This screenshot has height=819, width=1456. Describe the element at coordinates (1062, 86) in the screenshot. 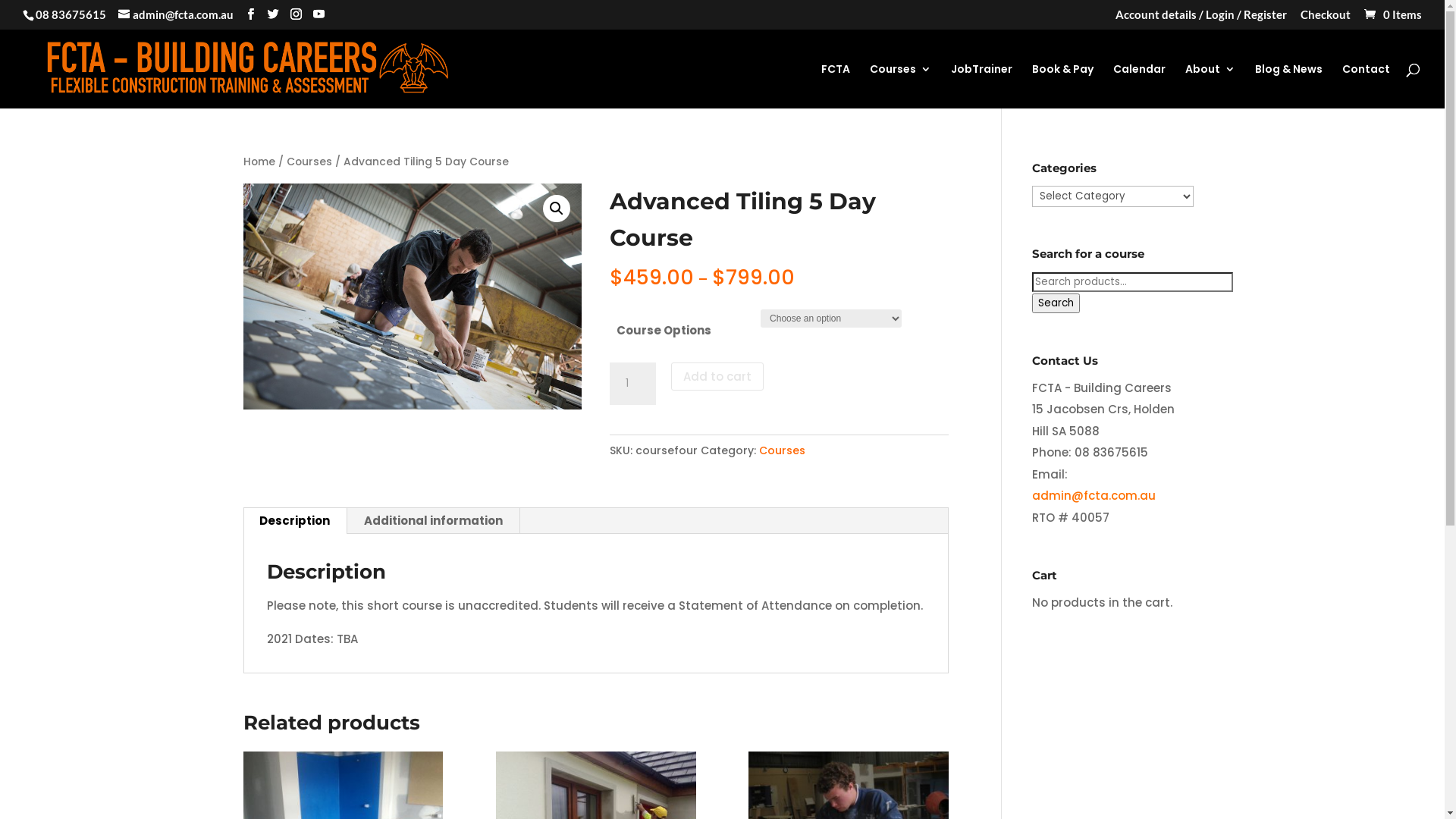

I see `'Book & Pay'` at that location.